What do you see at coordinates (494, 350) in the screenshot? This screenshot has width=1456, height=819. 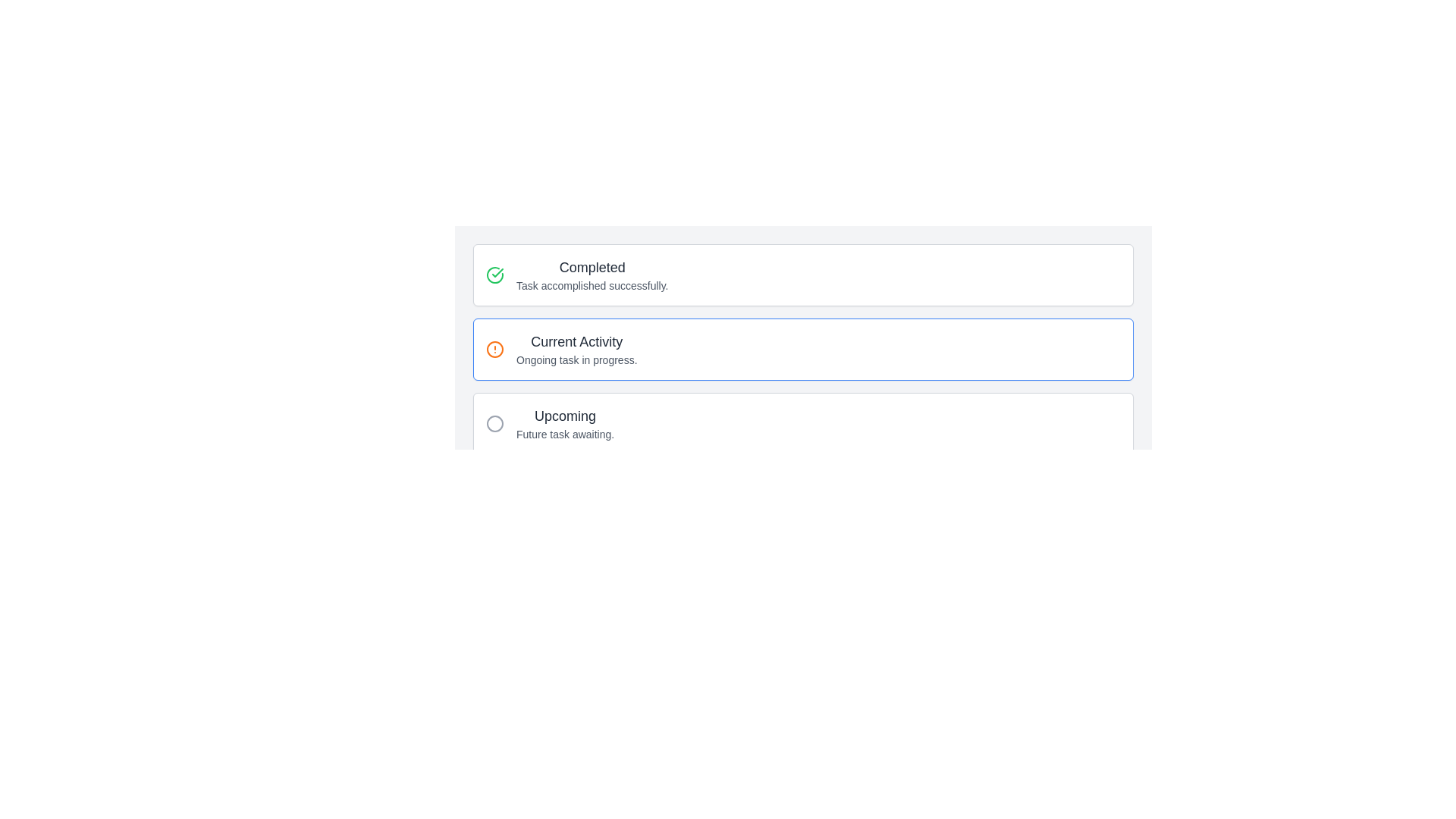 I see `the circular icon with an orange outline and inner cross located to the left of the 'Current Activity' title text` at bounding box center [494, 350].